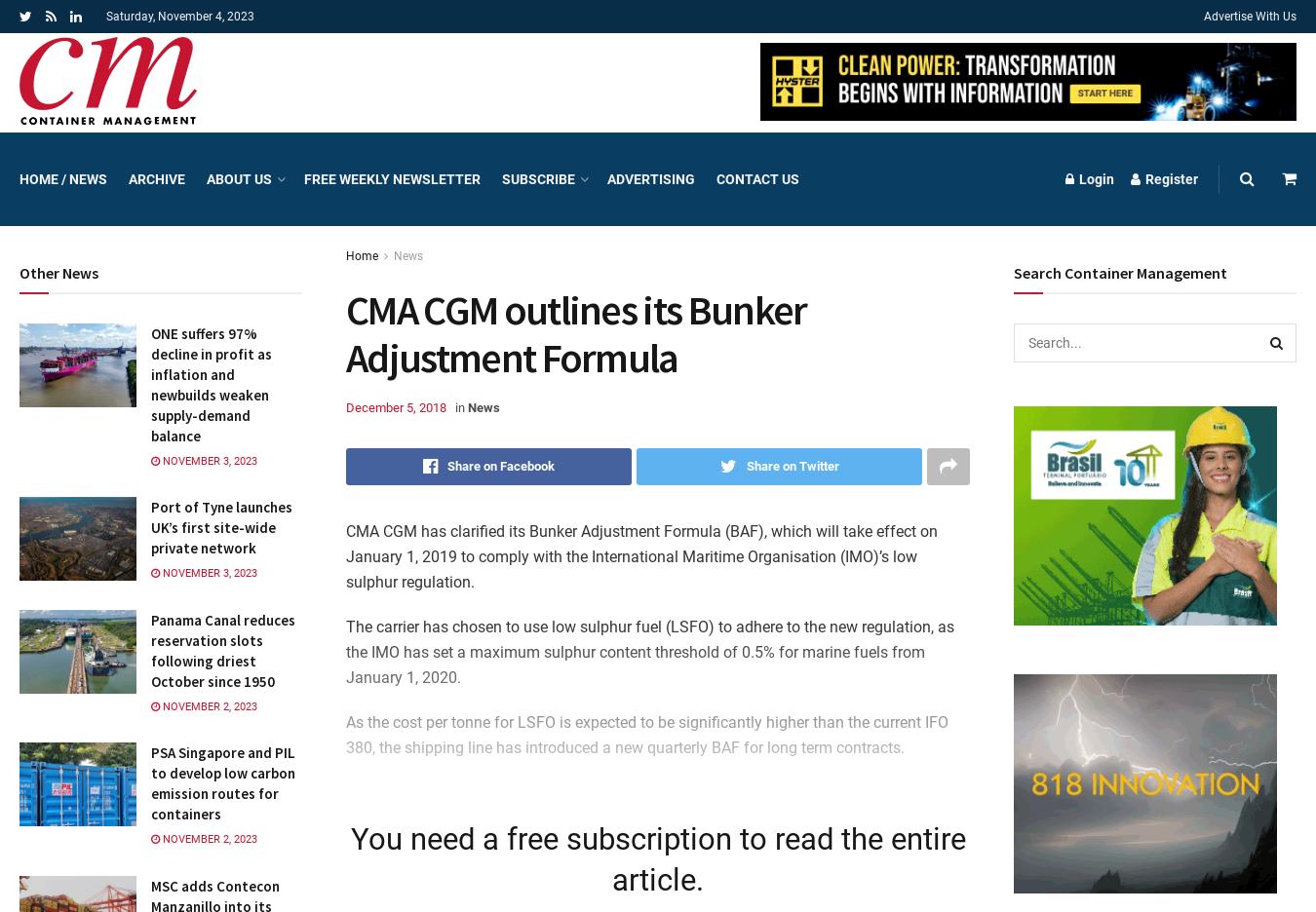 Image resolution: width=1316 pixels, height=912 pixels. Describe the element at coordinates (346, 405) in the screenshot. I see `'December 5, 2018'` at that location.